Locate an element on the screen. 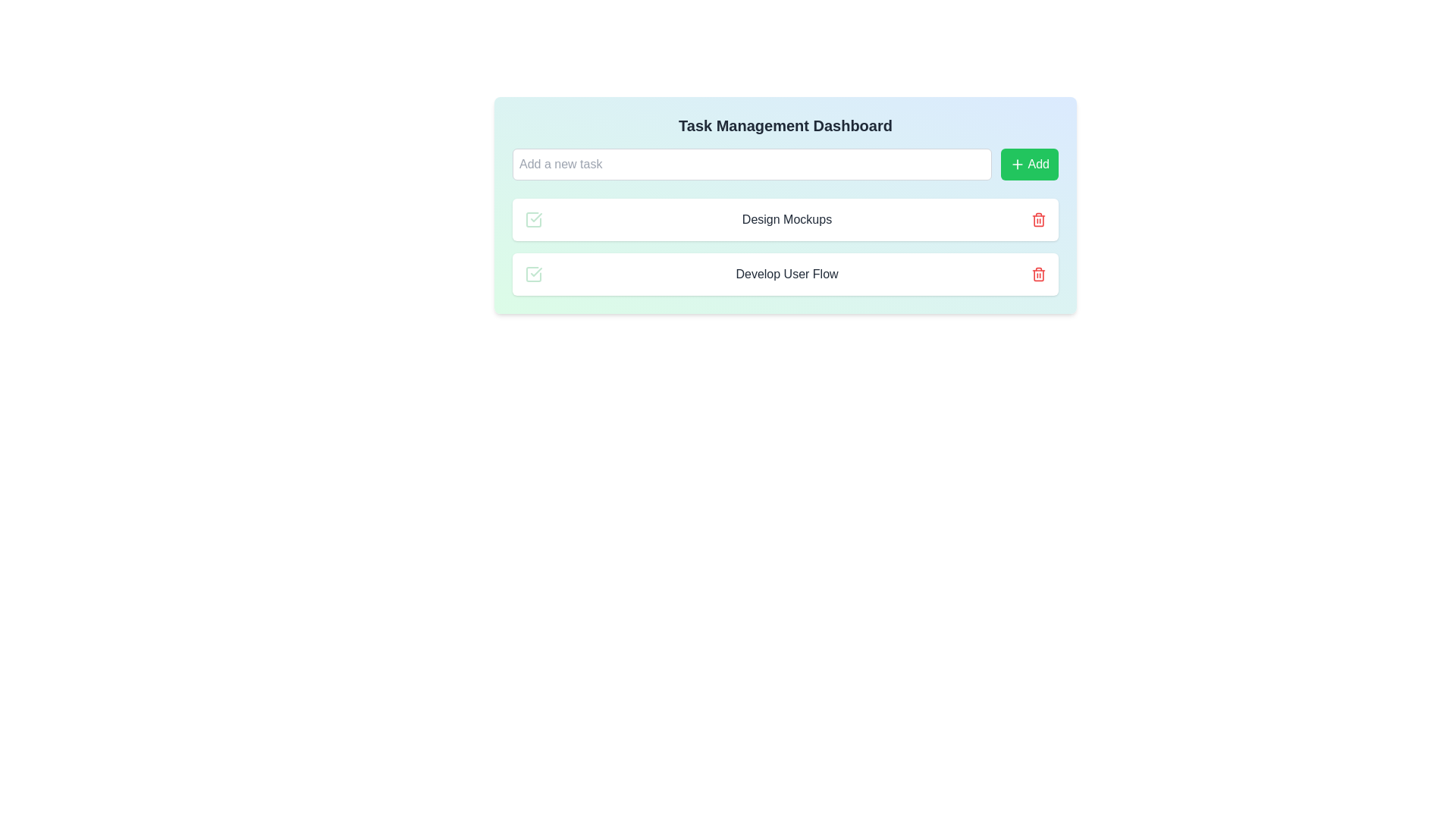  the visual state of the checkbox icon represented as a hollow square with rounded corners, located to the left of the text labeled 'Design Mockups' is located at coordinates (534, 219).